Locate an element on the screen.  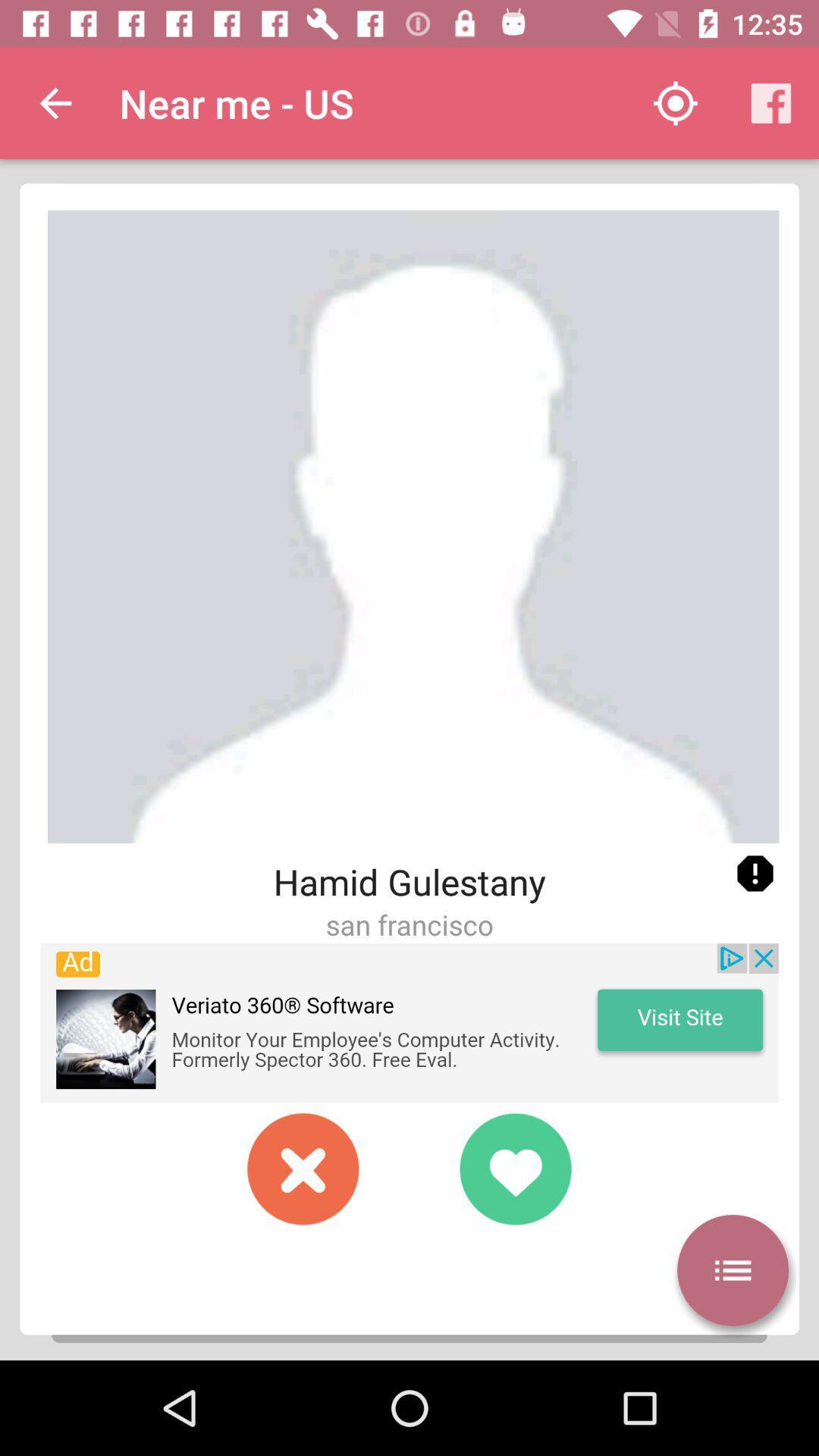
delete this entry is located at coordinates (303, 1168).